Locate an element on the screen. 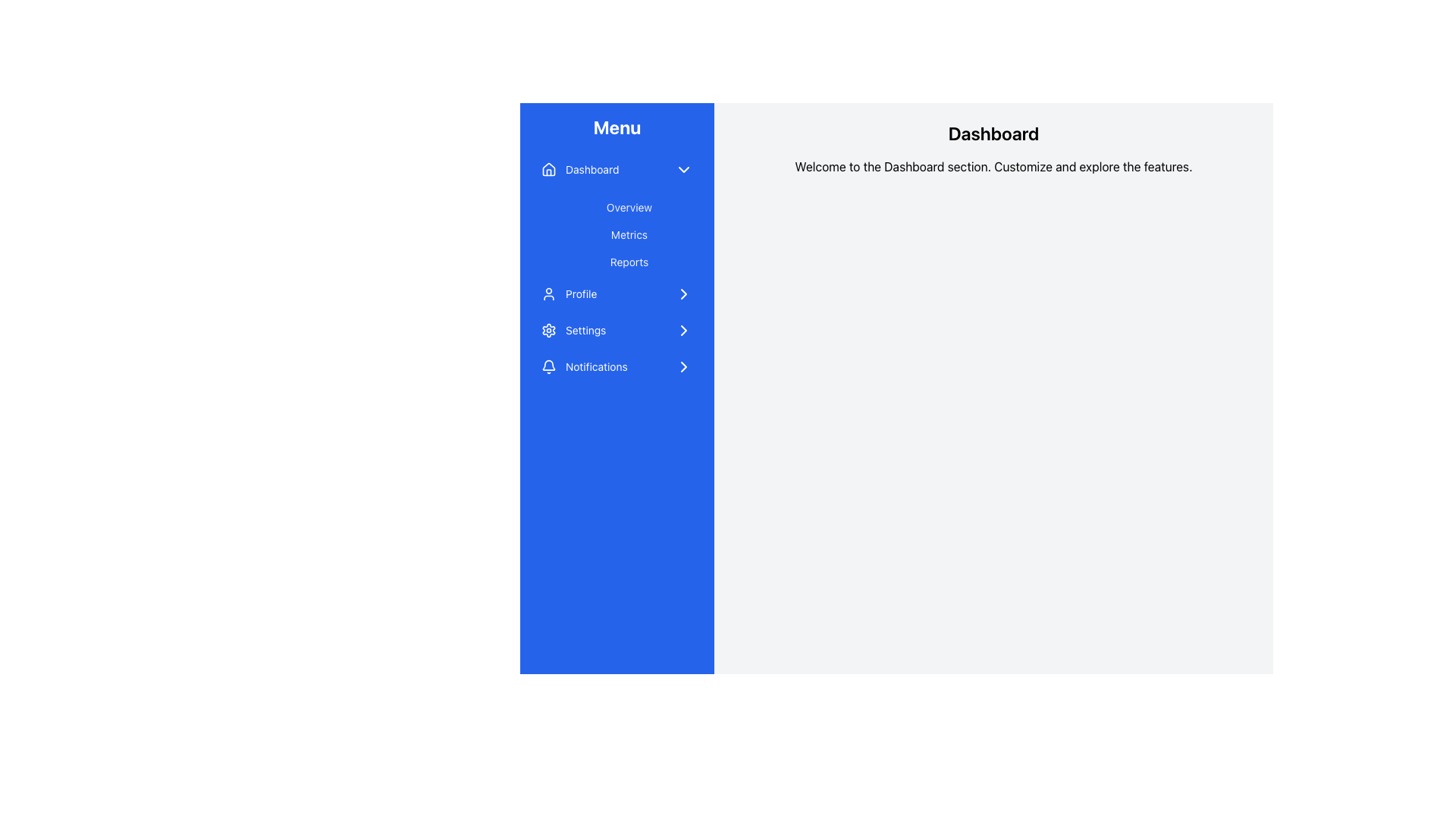 The image size is (1456, 819). the 'Reports' navigation text label located as the third item in the vertical list of menu items in the left sidebar panel is located at coordinates (629, 262).